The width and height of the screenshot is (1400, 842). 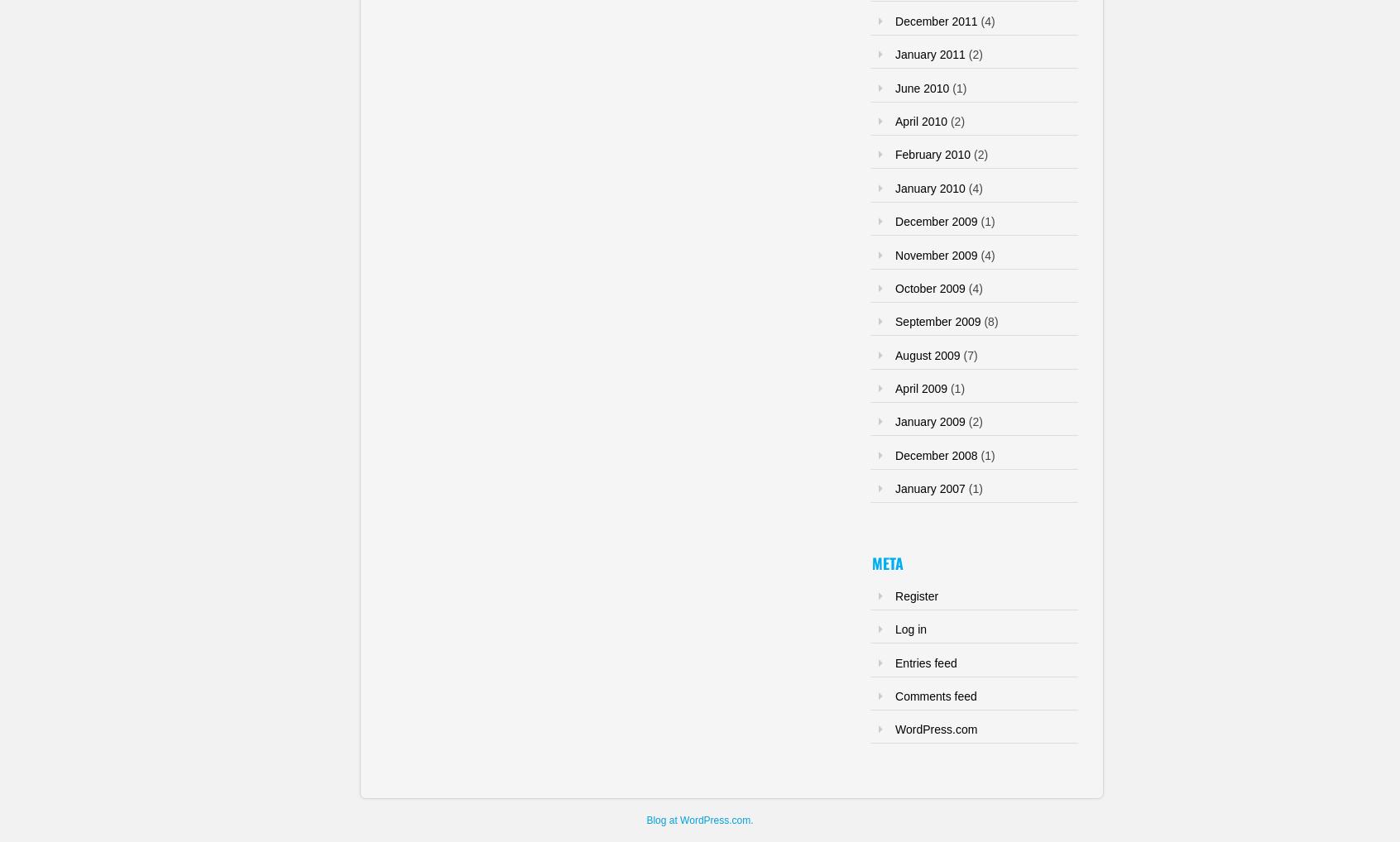 I want to click on 'January 2011', so click(x=929, y=54).